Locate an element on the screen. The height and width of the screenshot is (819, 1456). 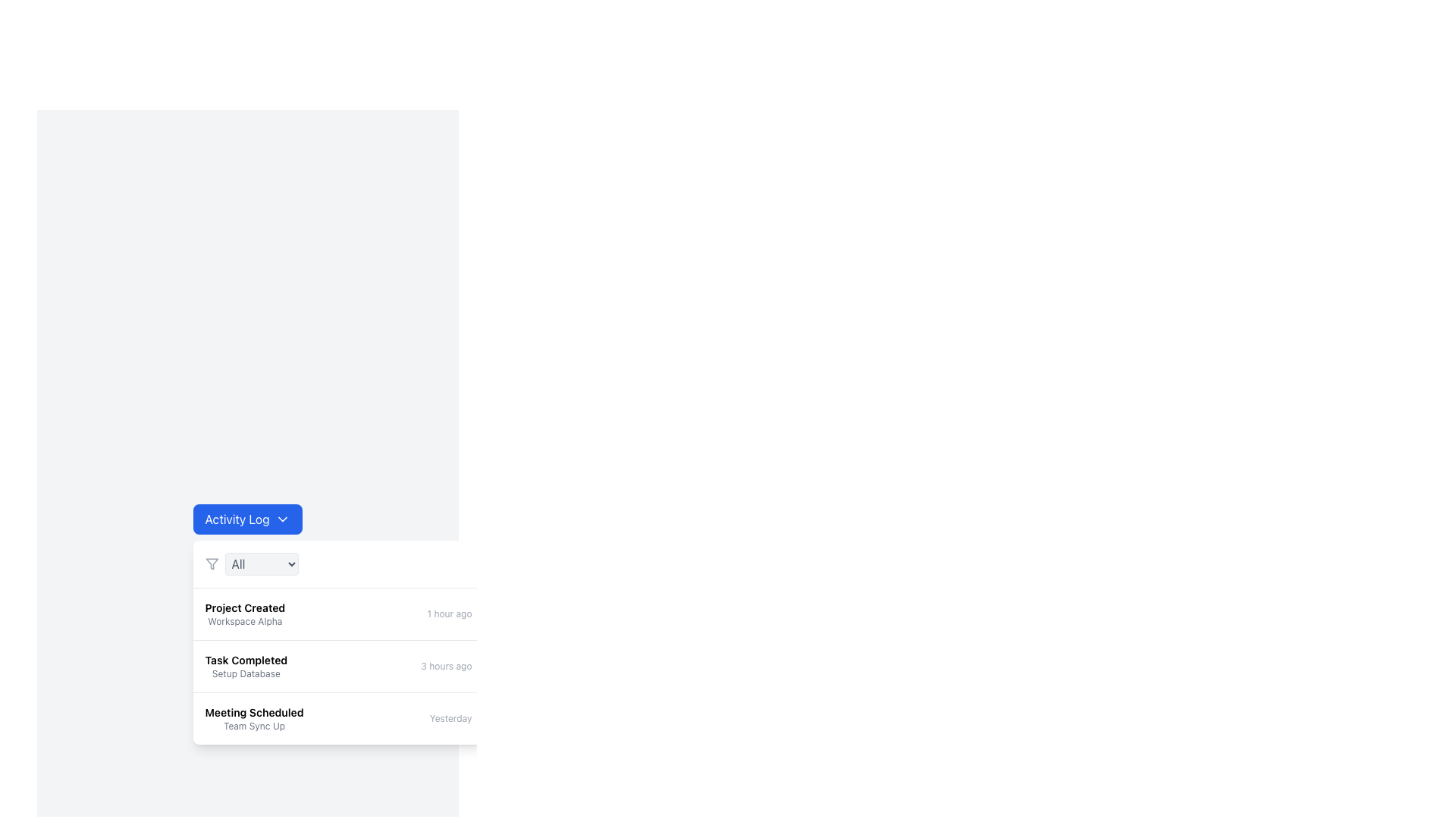
an option from the dropdown menu labeled 'All', which is the first visible element in the activity log card, located at the top of the section is located at coordinates (337, 564).